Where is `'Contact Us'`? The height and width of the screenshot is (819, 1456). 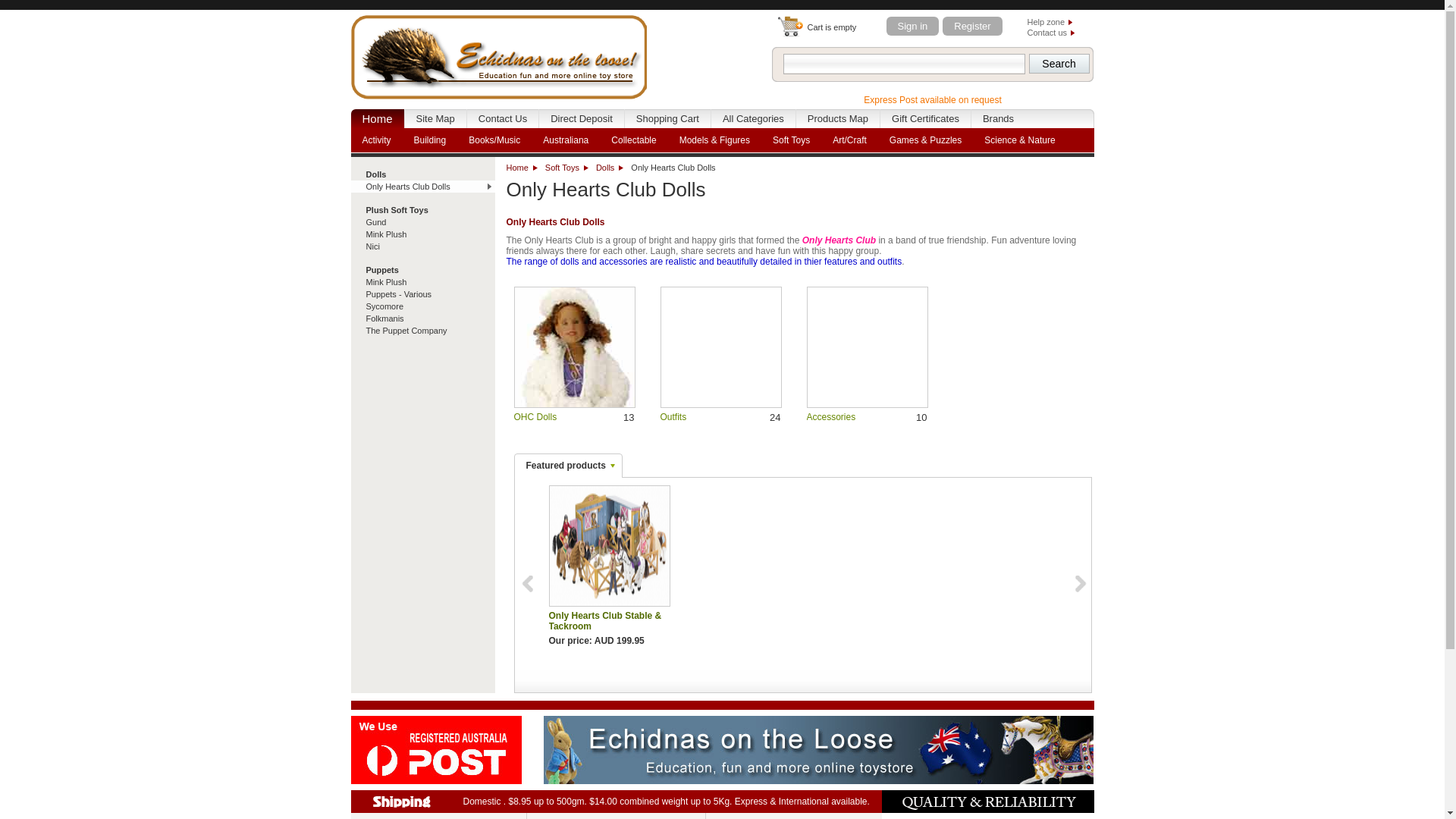 'Contact Us' is located at coordinates (466, 118).